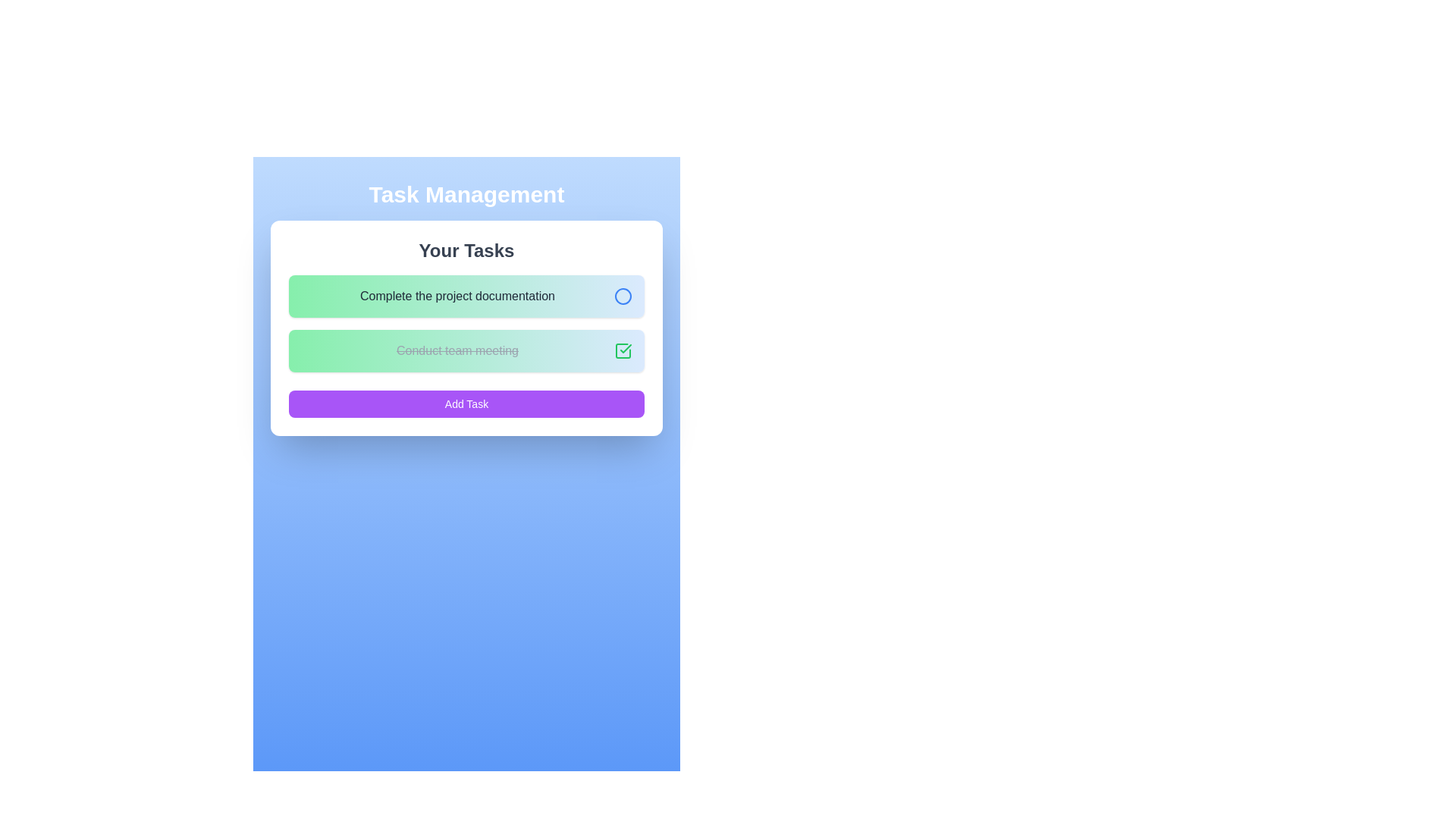 The height and width of the screenshot is (819, 1456). Describe the element at coordinates (457, 296) in the screenshot. I see `the text label that reads 'Complete the project documentation' to observe the styling changes in the text color` at that location.